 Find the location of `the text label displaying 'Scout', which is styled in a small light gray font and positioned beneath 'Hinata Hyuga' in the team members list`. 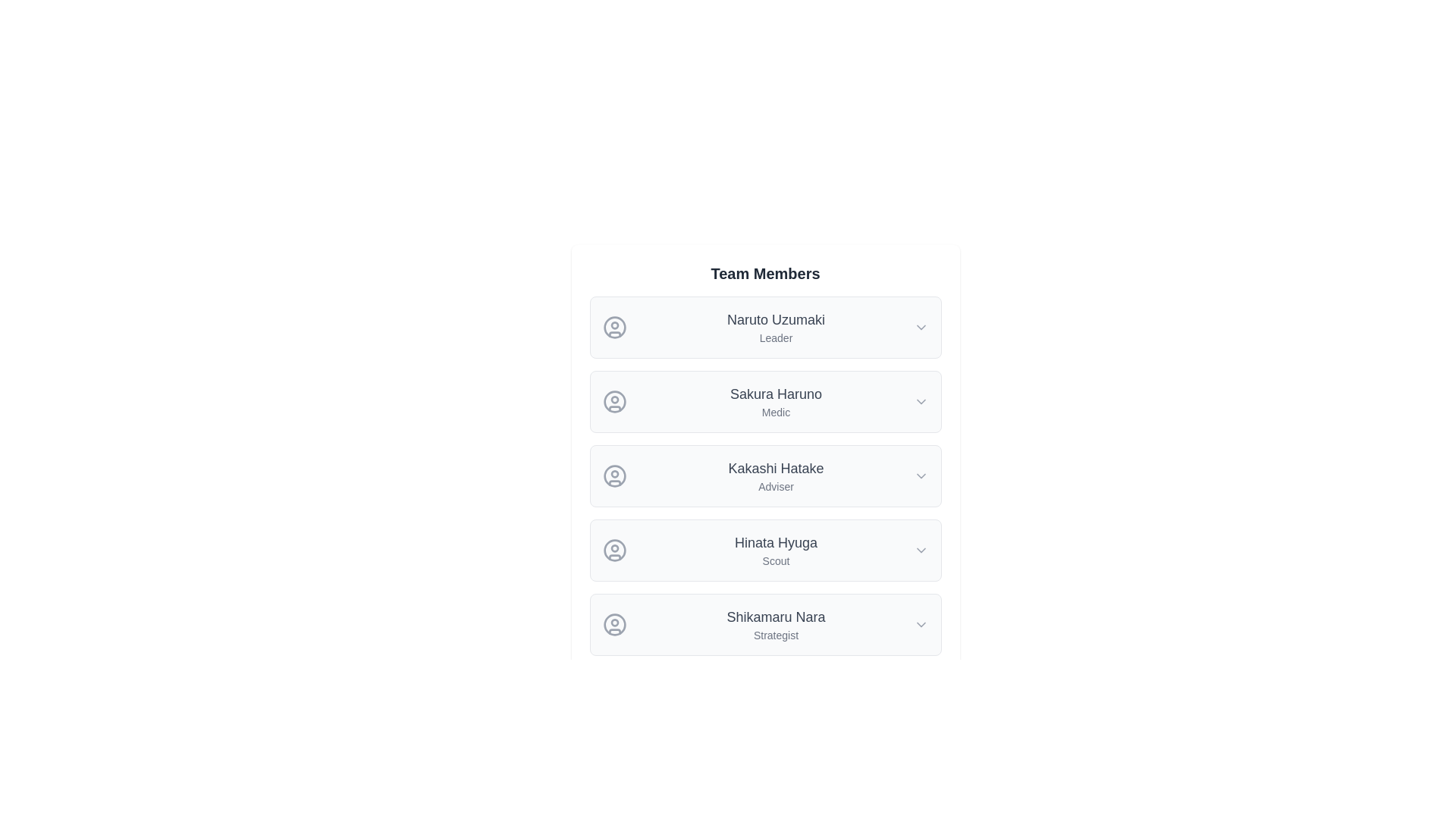

the text label displaying 'Scout', which is styled in a small light gray font and positioned beneath 'Hinata Hyuga' in the team members list is located at coordinates (776, 561).